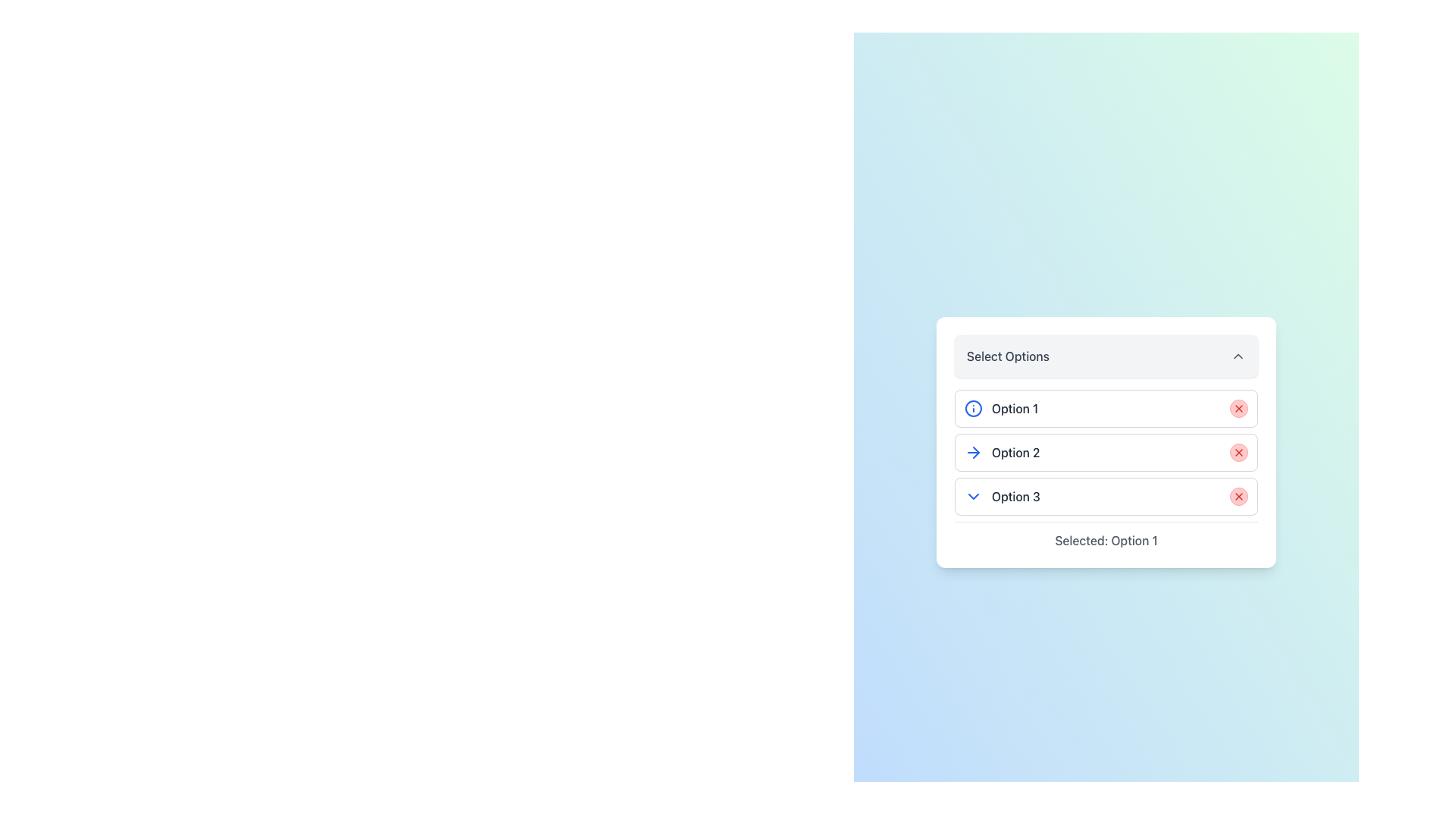 The width and height of the screenshot is (1456, 819). What do you see at coordinates (1238, 356) in the screenshot?
I see `the Dropdown toggle icon, which is a small, downward-pointing chevron icon with a gray outline, located to the right of the 'Select Options' text in a card-like interface` at bounding box center [1238, 356].